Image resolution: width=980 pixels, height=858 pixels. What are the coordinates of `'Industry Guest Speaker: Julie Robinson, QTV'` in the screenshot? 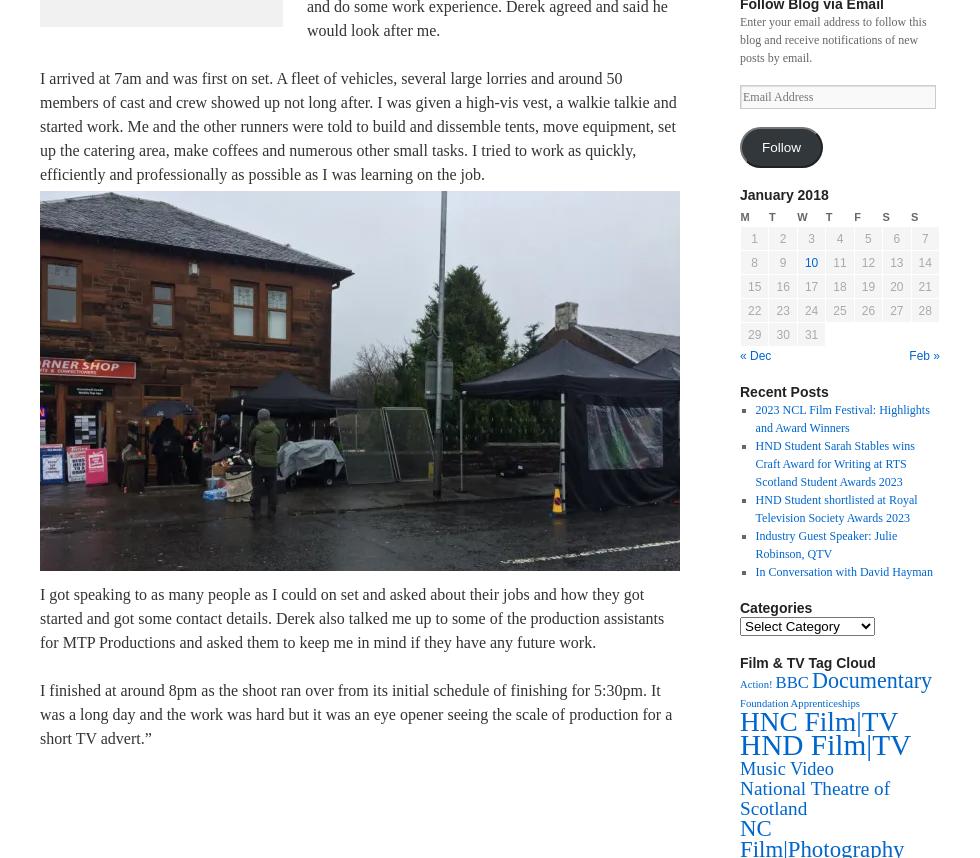 It's located at (826, 545).